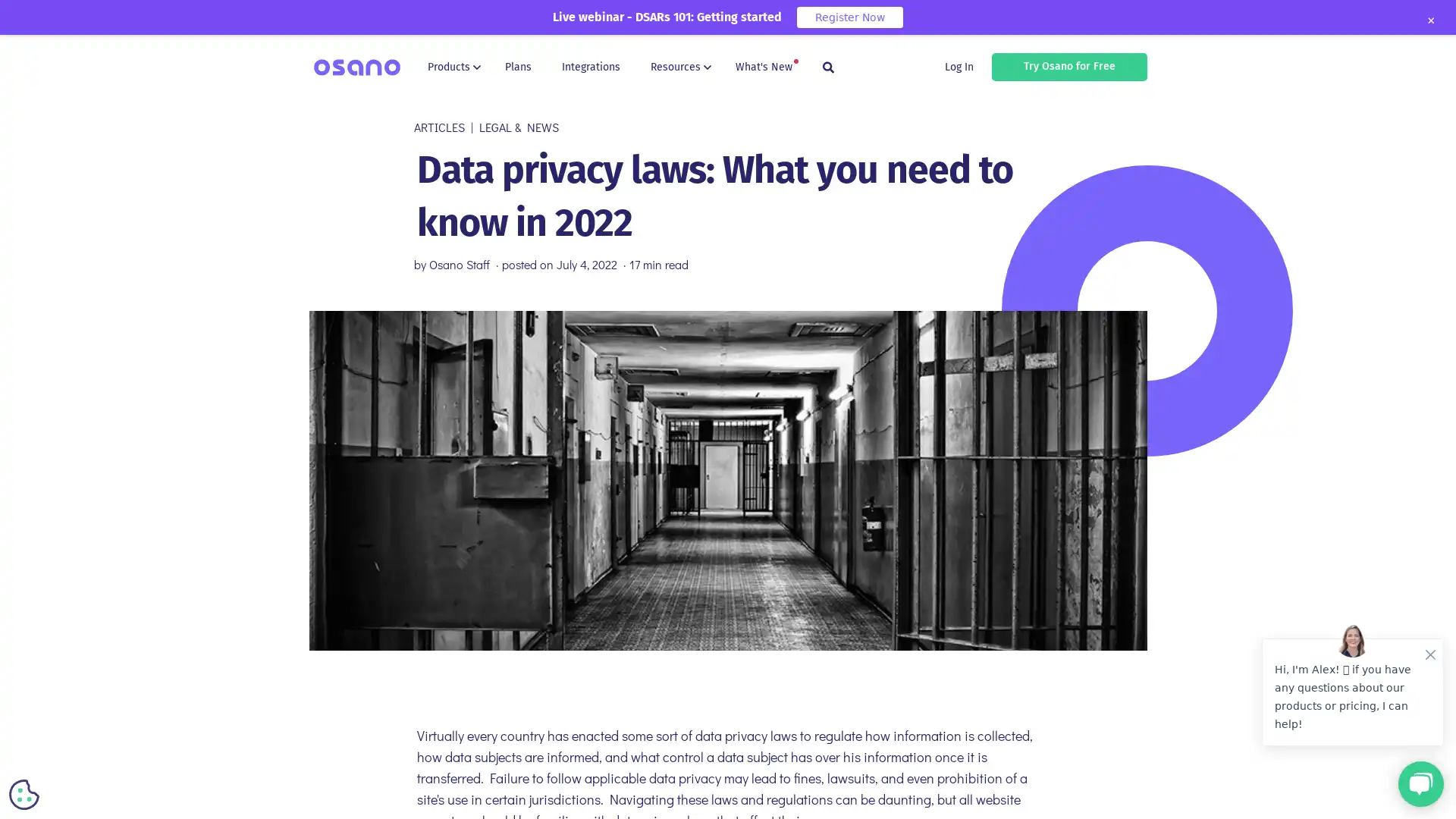 This screenshot has height=819, width=1456. What do you see at coordinates (24, 794) in the screenshot?
I see `Cookie Preferences` at bounding box center [24, 794].